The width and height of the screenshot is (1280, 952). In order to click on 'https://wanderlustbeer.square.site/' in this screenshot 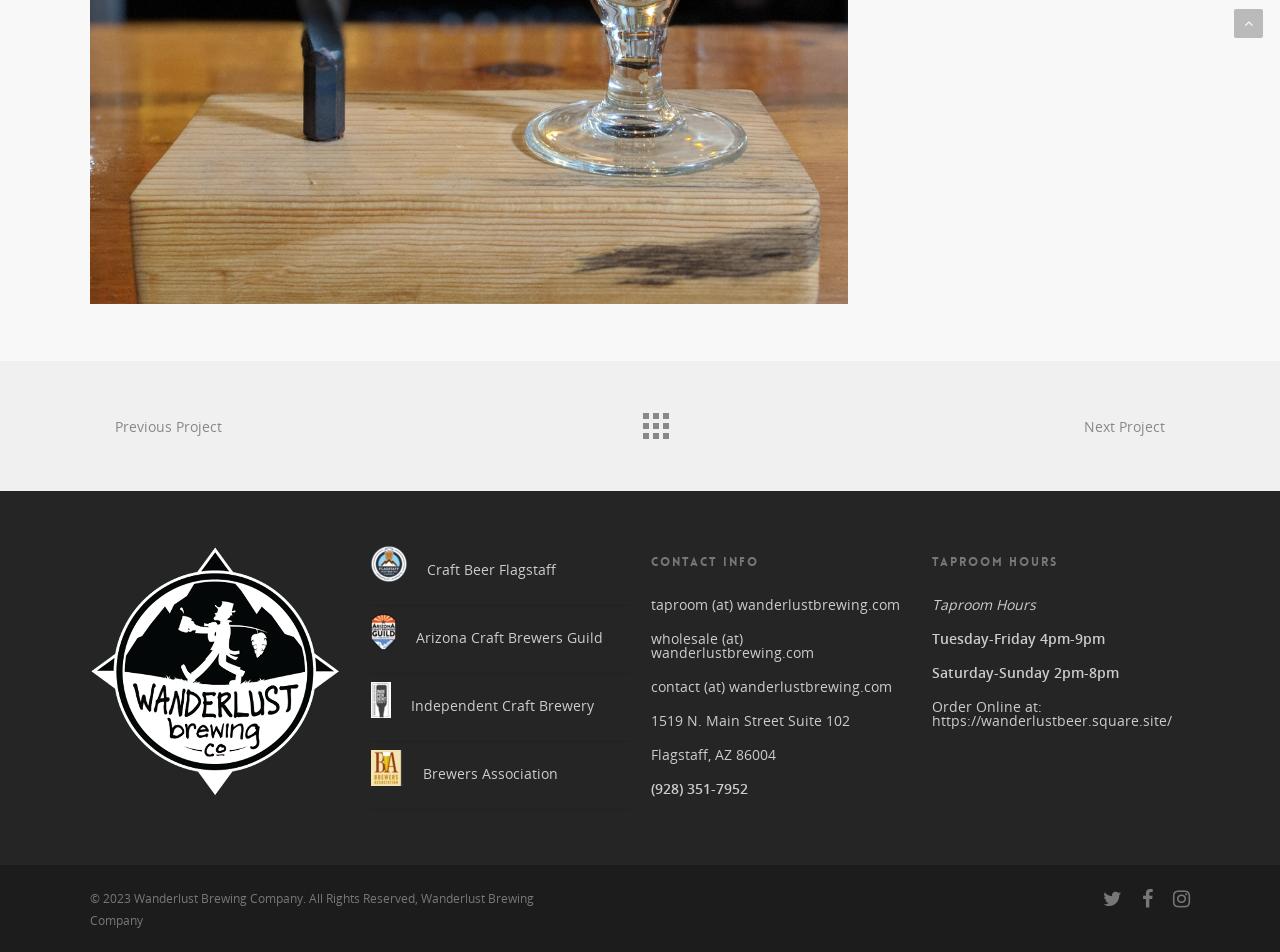, I will do `click(1050, 712)`.